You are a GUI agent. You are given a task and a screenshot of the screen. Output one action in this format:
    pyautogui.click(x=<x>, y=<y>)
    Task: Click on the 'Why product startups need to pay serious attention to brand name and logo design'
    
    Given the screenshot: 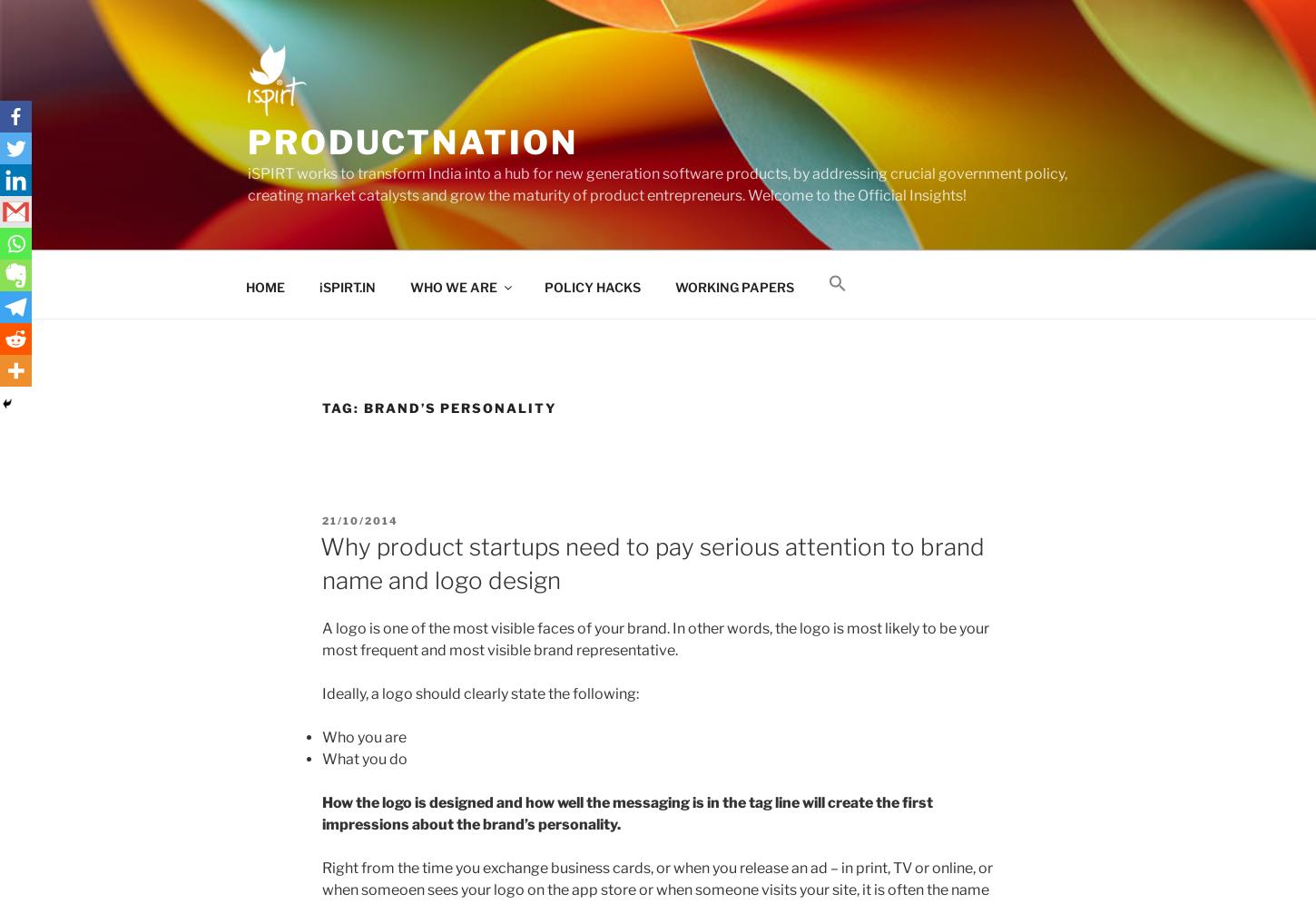 What is the action you would take?
    pyautogui.click(x=652, y=563)
    